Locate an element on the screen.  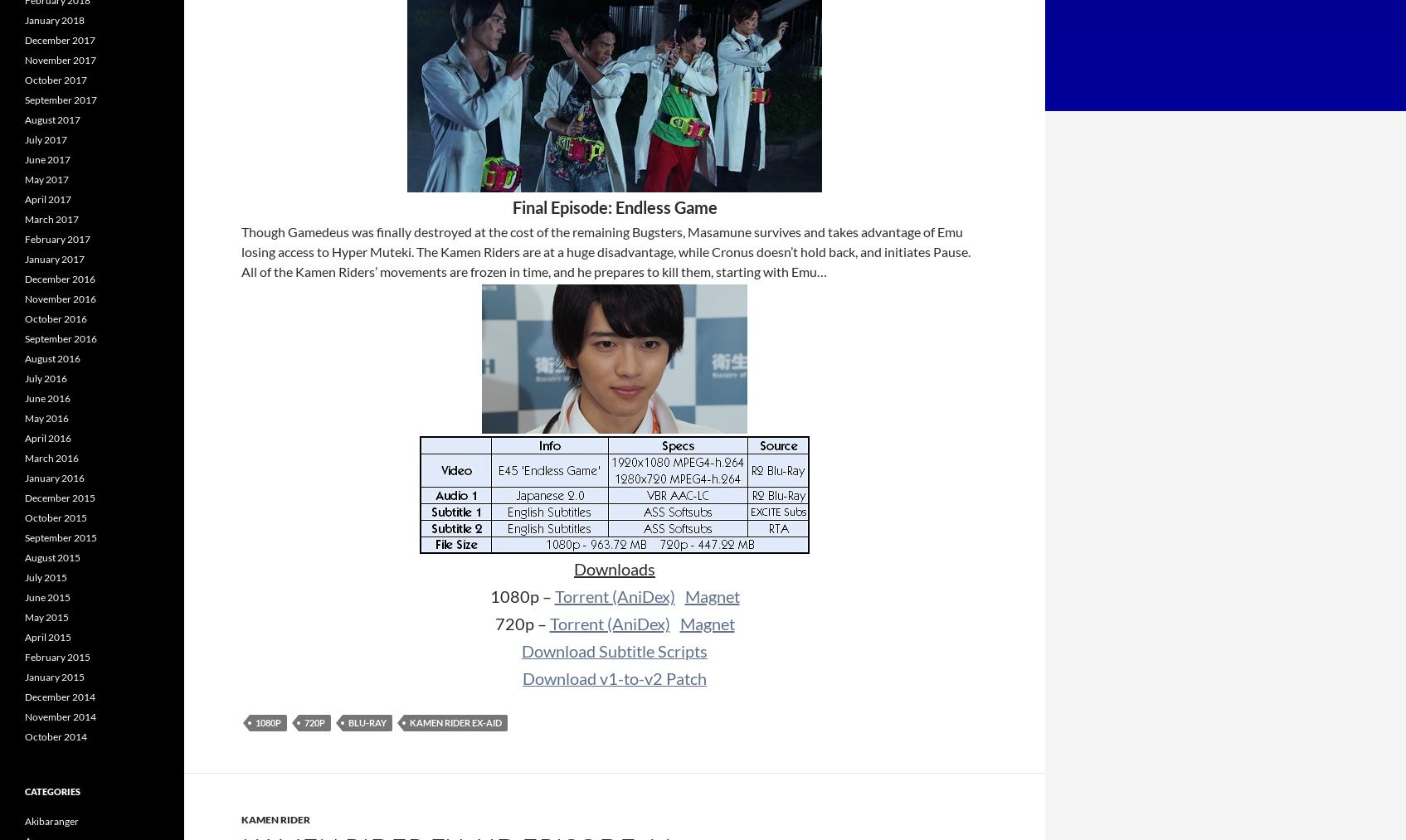
'Blu-ray' is located at coordinates (367, 721).